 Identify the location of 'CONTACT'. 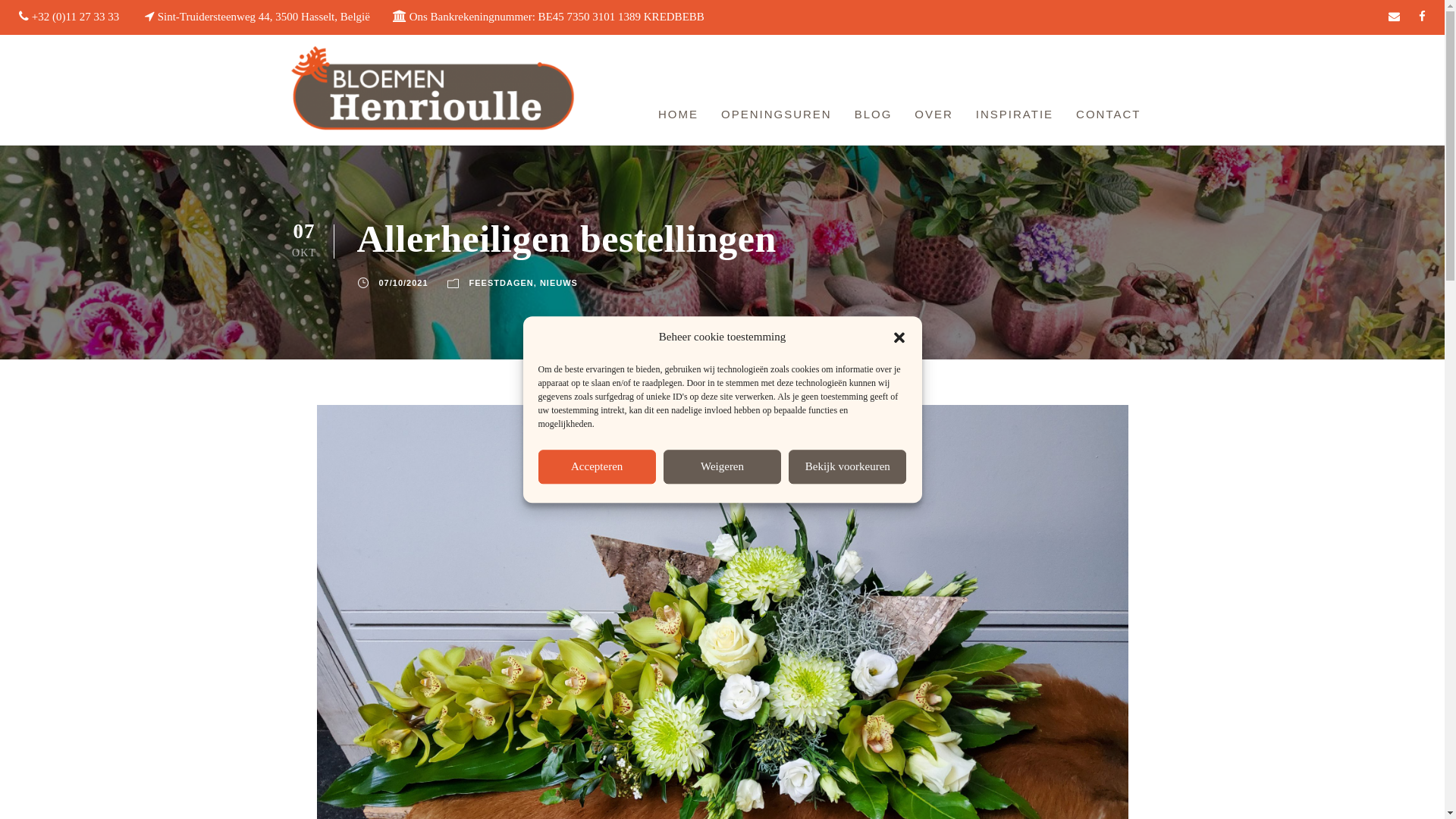
(1108, 116).